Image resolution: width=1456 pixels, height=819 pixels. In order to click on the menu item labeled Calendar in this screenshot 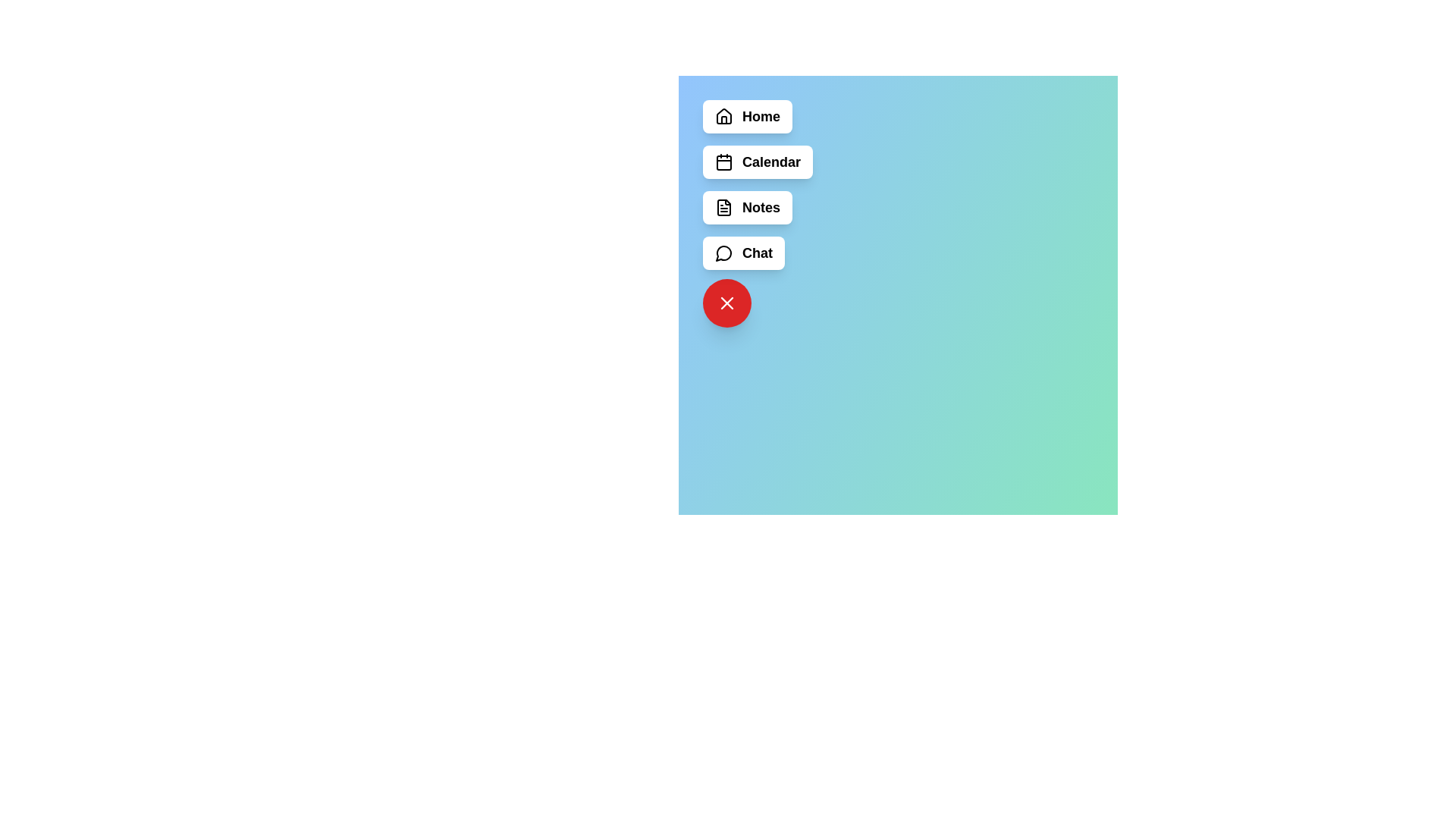, I will do `click(757, 162)`.